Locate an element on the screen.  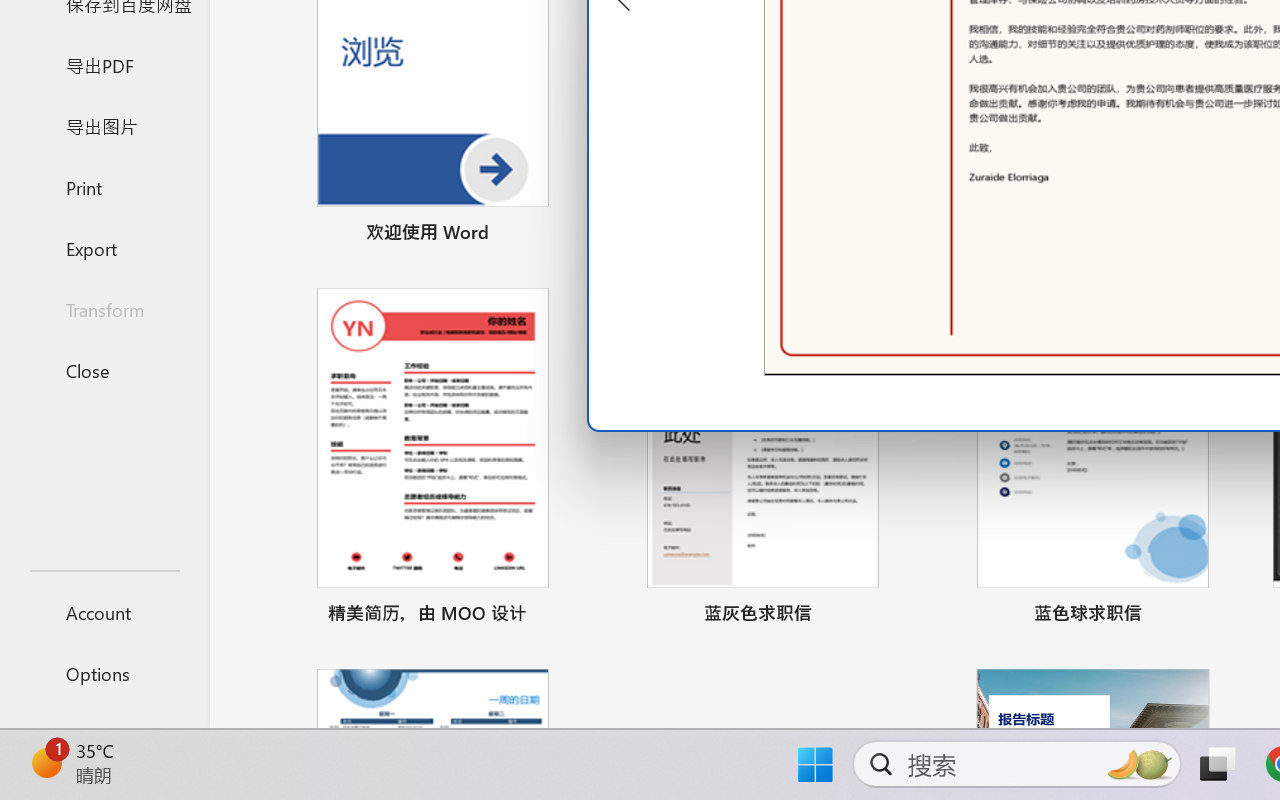
'Transform' is located at coordinates (103, 308).